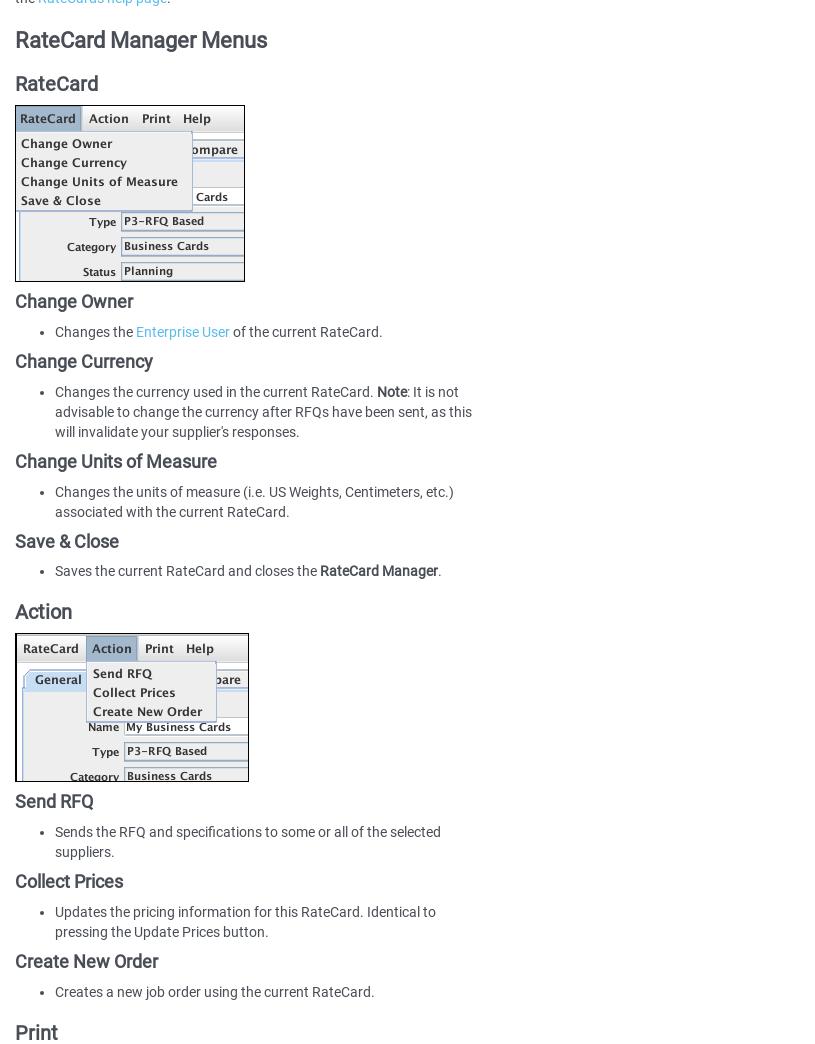  What do you see at coordinates (13, 960) in the screenshot?
I see `'Create New Order'` at bounding box center [13, 960].